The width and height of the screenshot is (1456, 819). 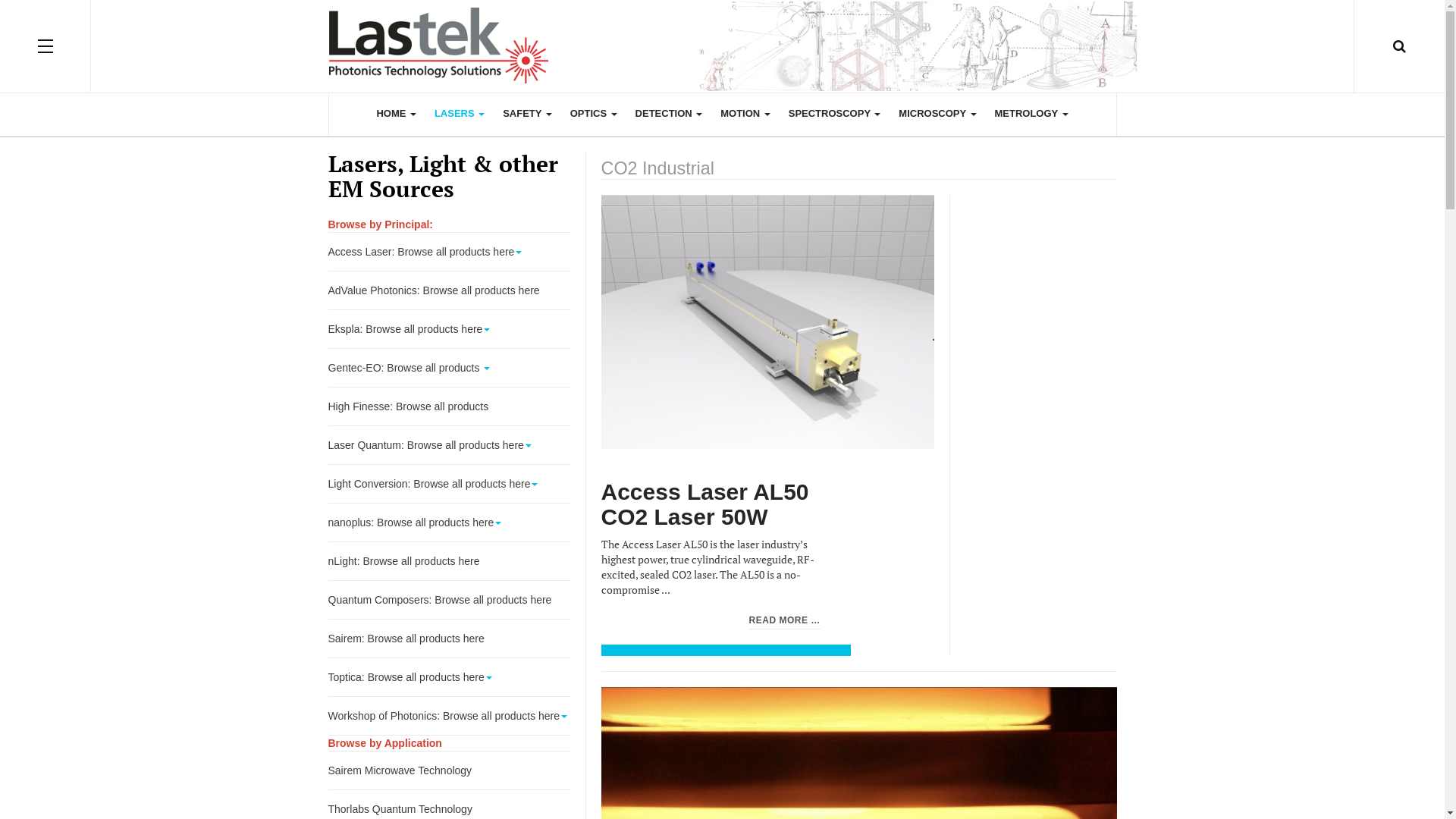 What do you see at coordinates (45, 45) in the screenshot?
I see `'OFF CANVAS'` at bounding box center [45, 45].